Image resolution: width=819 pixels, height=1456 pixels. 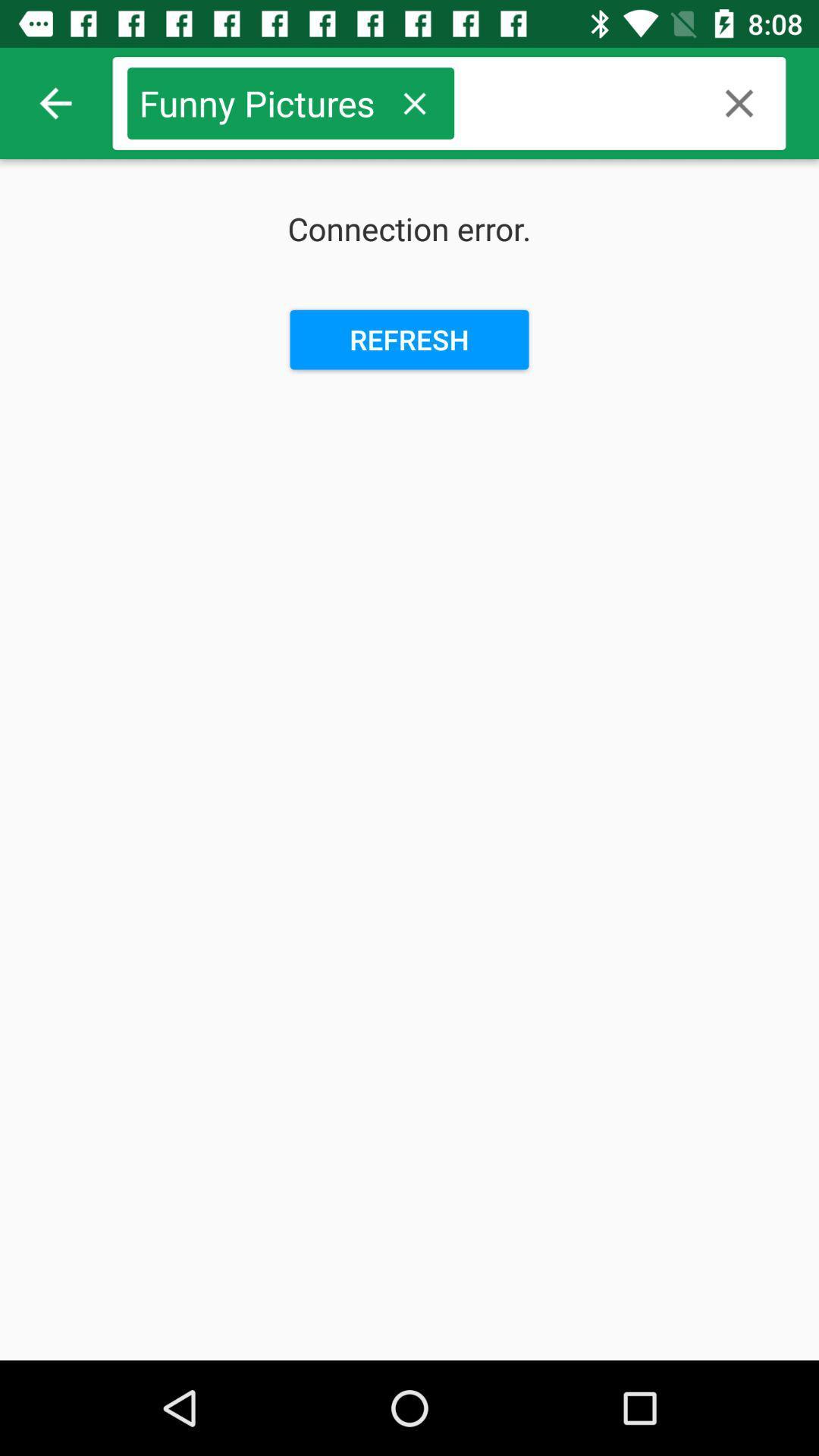 I want to click on item next to funny pictures, so click(x=55, y=102).